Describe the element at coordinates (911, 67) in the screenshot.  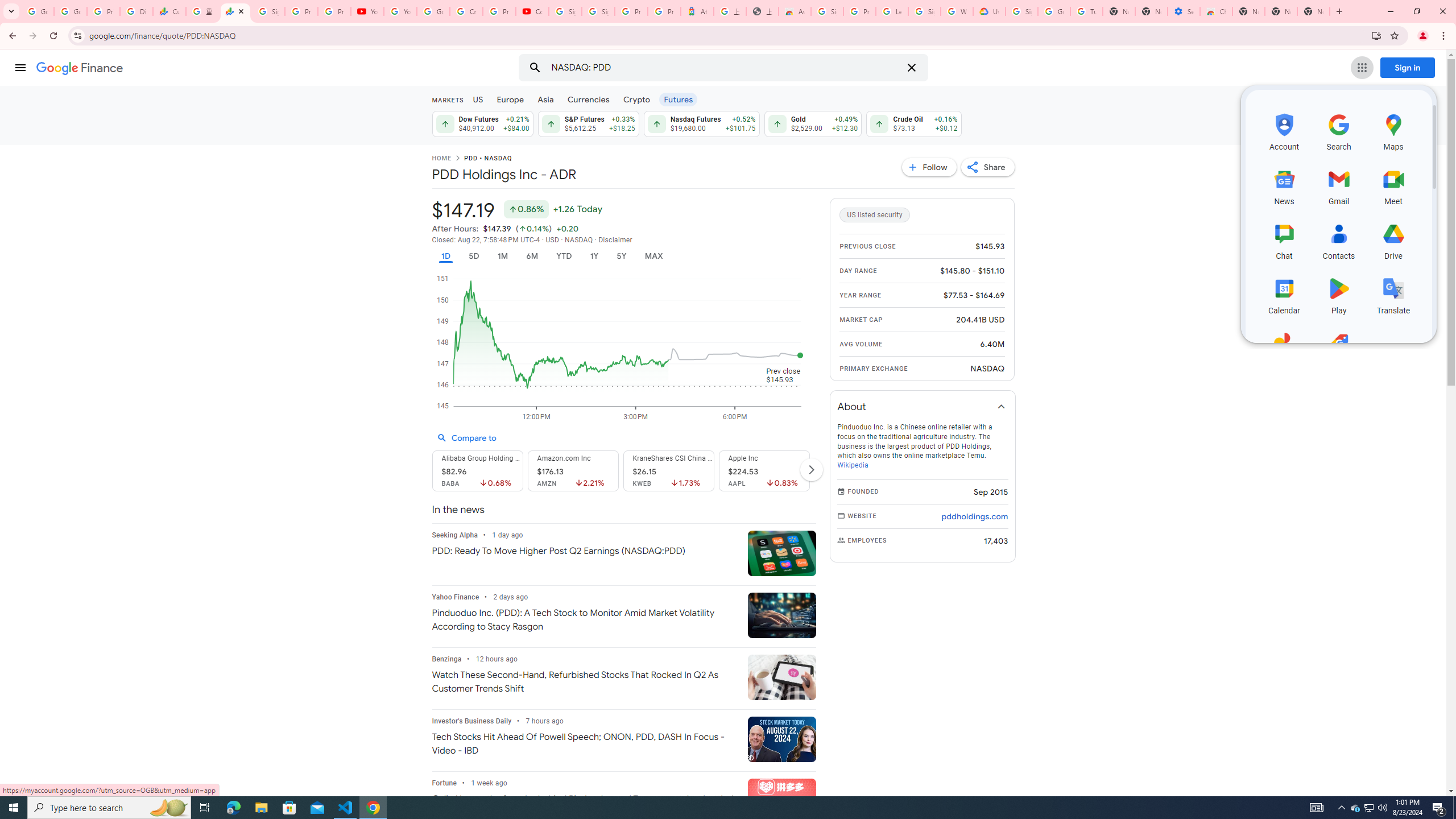
I see `'Clear search'` at that location.